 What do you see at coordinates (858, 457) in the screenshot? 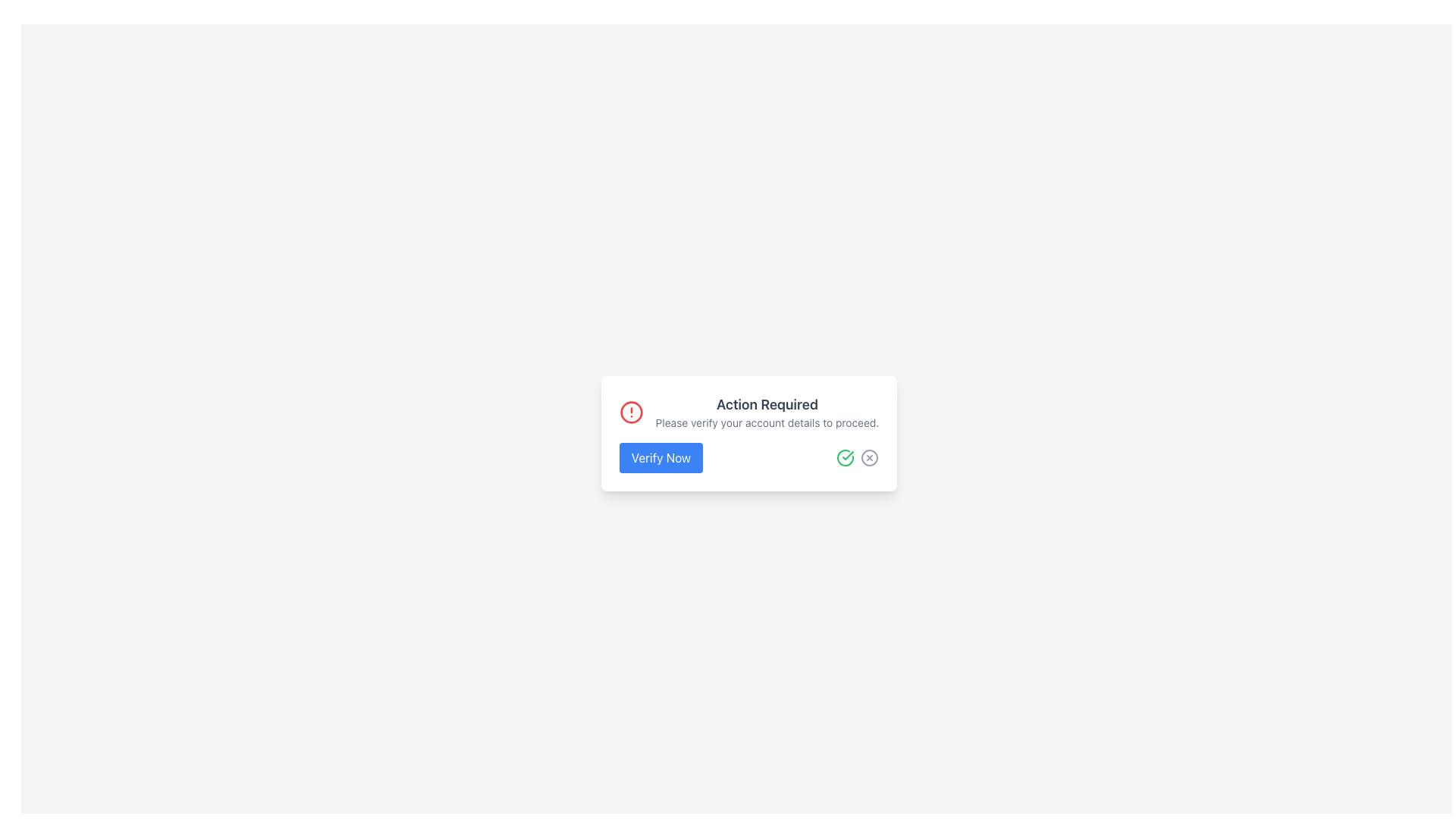
I see `the green check mark icon located on the left side of the group of icons encased in a circular boundary` at bounding box center [858, 457].